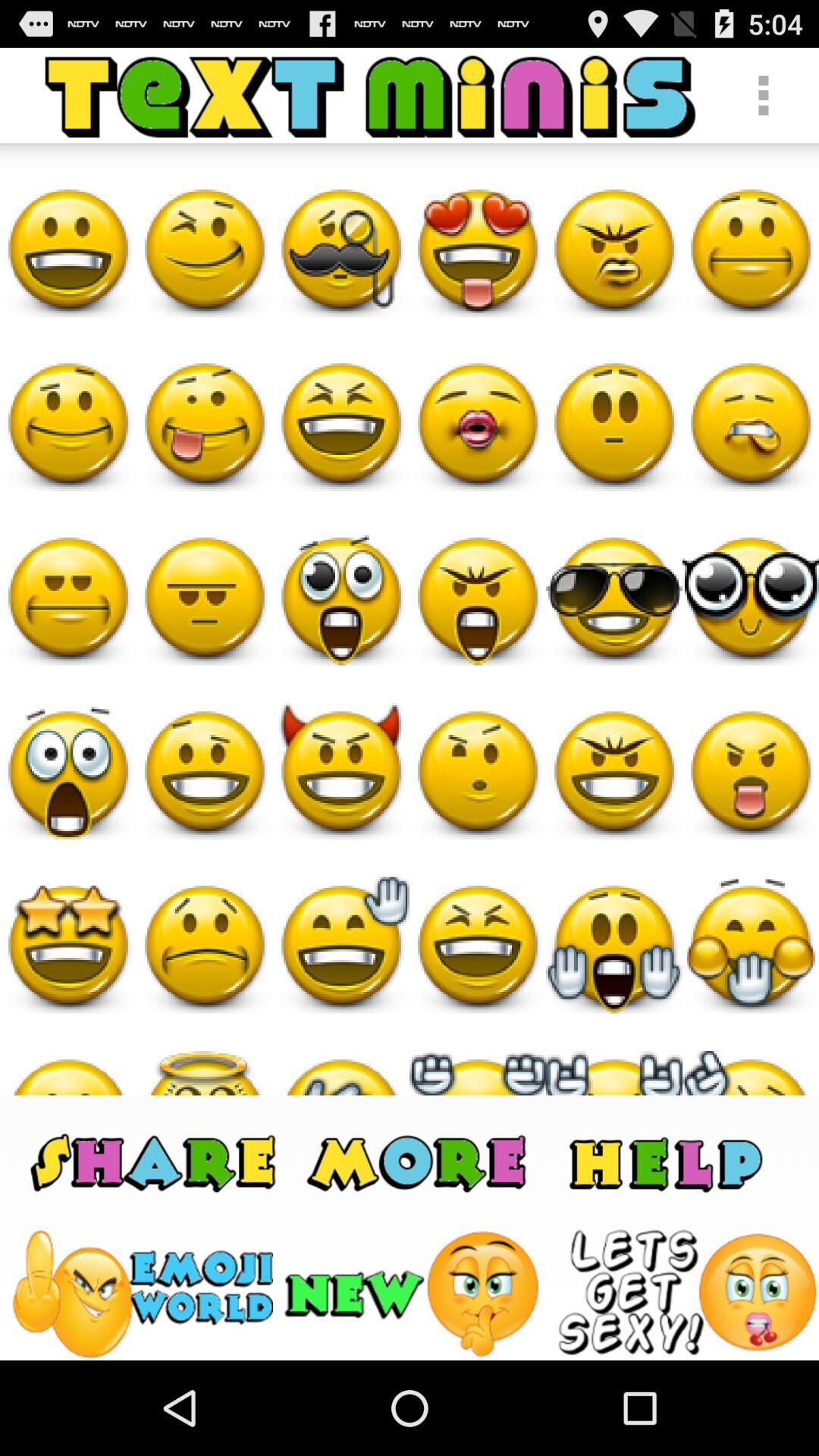  Describe the element at coordinates (414, 1293) in the screenshot. I see `something new feature` at that location.